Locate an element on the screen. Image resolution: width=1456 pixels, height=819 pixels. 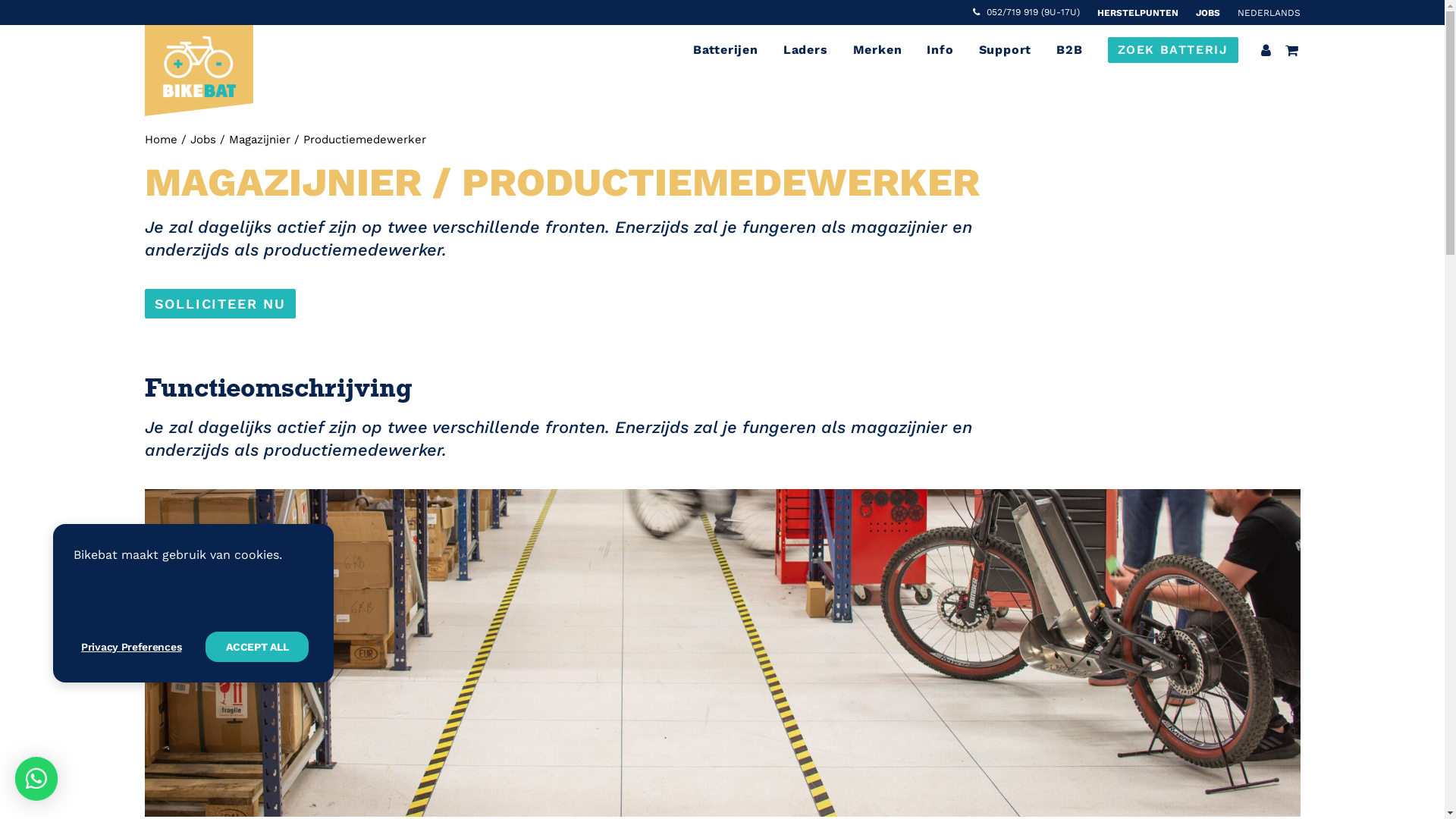
'ZOEK BATTERIJ' is located at coordinates (1167, 49).